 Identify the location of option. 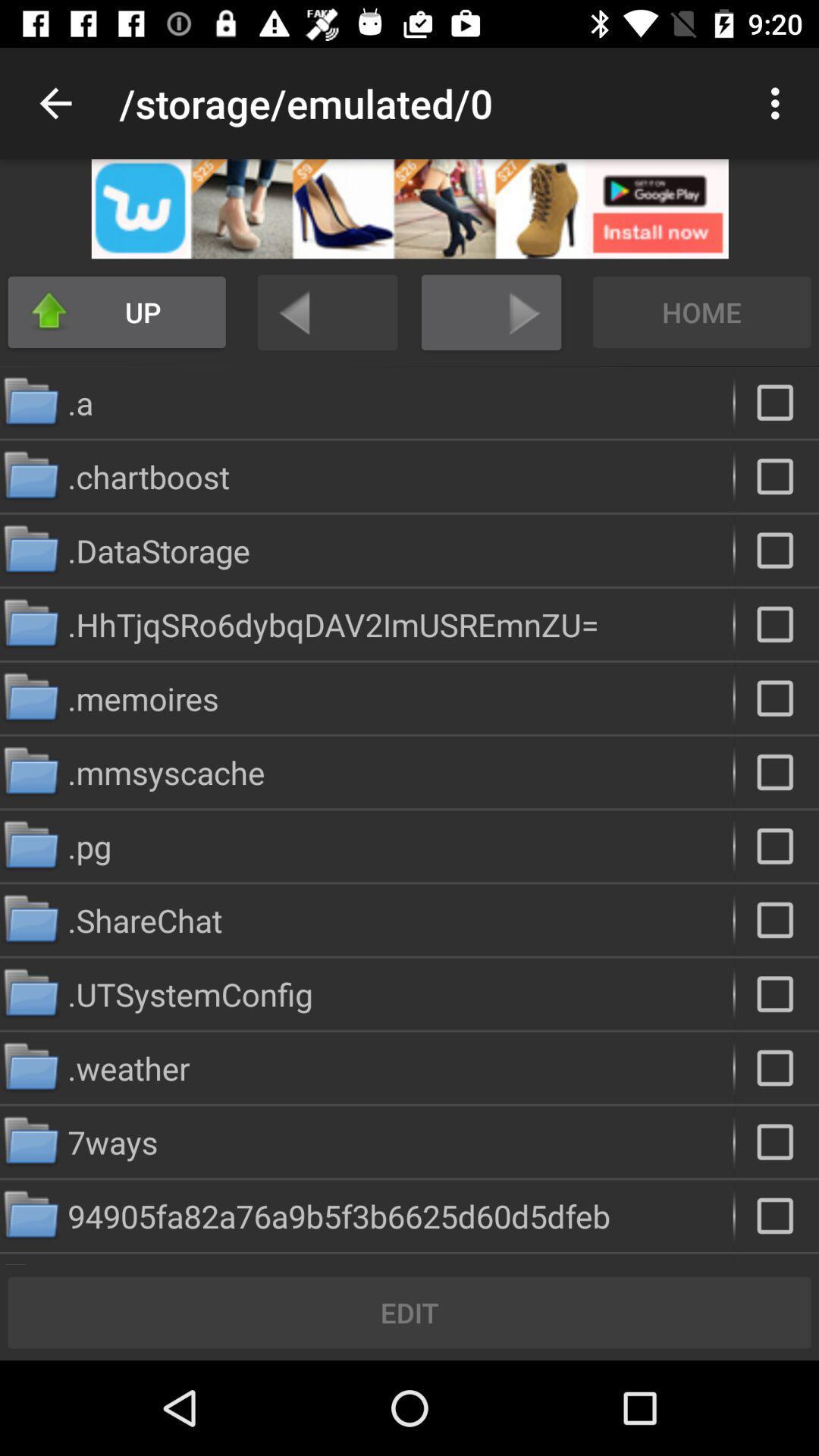
(777, 772).